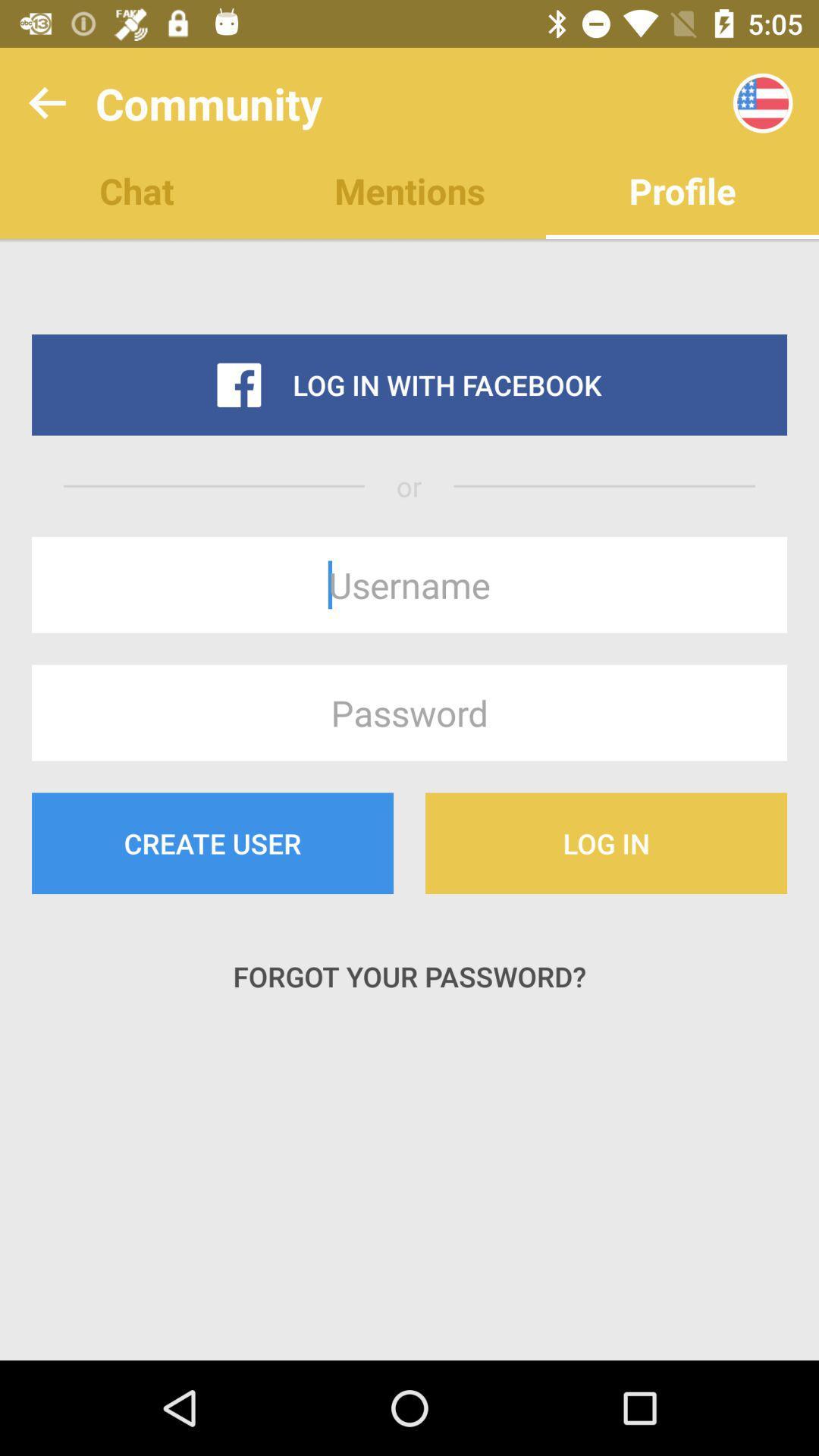 The width and height of the screenshot is (819, 1456). Describe the element at coordinates (409, 712) in the screenshot. I see `the icon above create user item` at that location.